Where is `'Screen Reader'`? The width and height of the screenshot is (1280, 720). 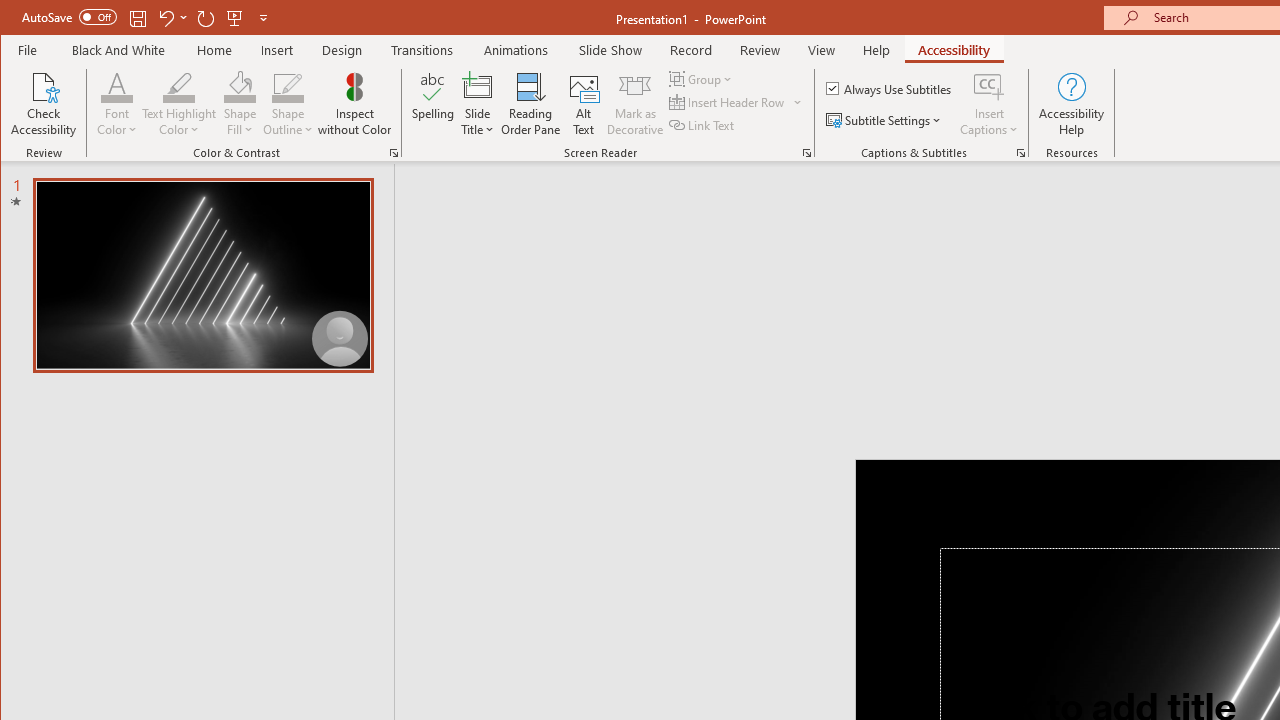
'Screen Reader' is located at coordinates (807, 152).